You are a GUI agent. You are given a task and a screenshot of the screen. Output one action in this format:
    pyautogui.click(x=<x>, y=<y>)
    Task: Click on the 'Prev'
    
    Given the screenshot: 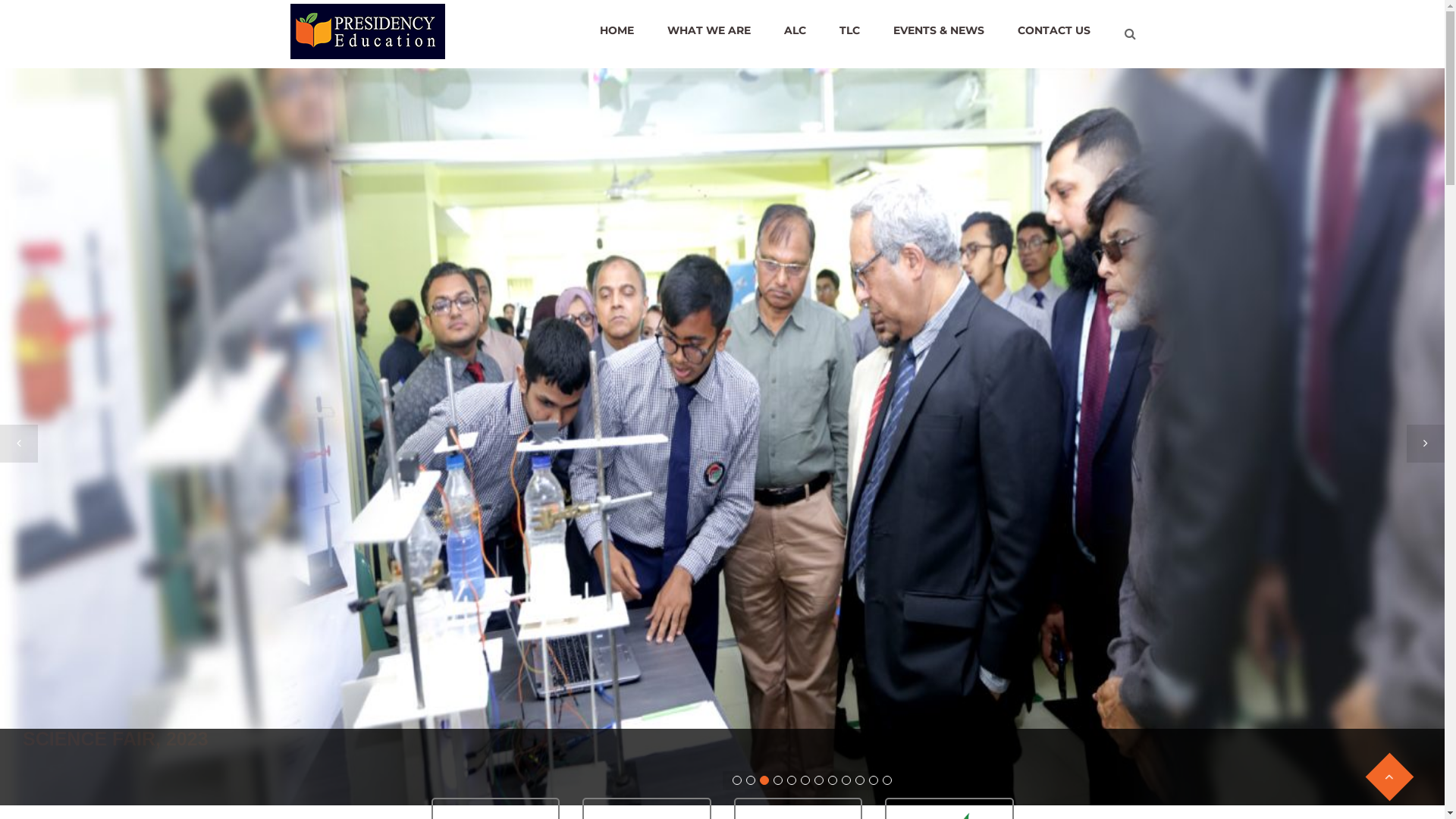 What is the action you would take?
    pyautogui.click(x=18, y=444)
    